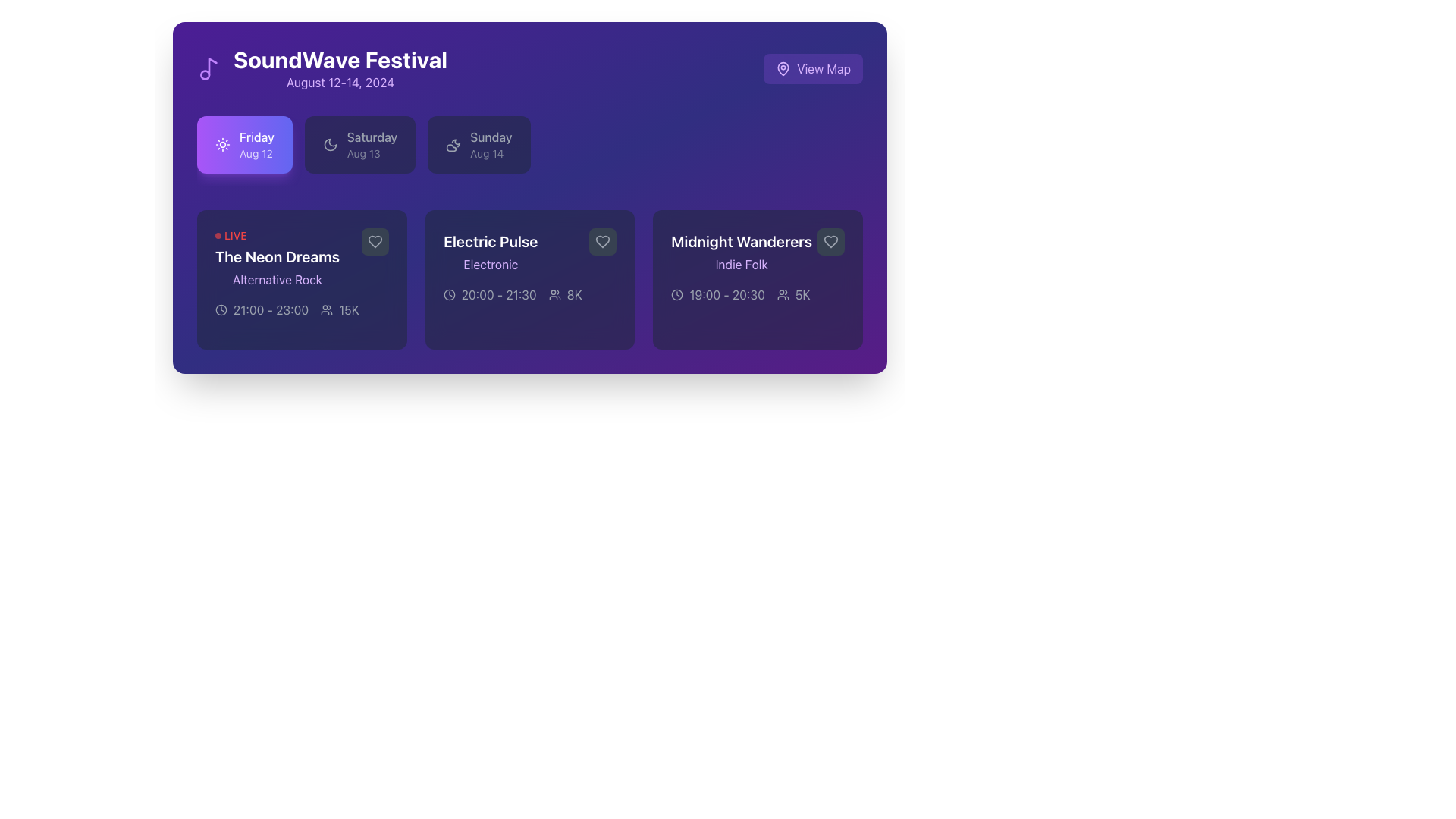 The image size is (1456, 819). What do you see at coordinates (302, 309) in the screenshot?
I see `the icons in the informational display under 'The Neon Dreams' card for the event on 'Friday, August 12', which shows the time duration and expected number of attendees` at bounding box center [302, 309].